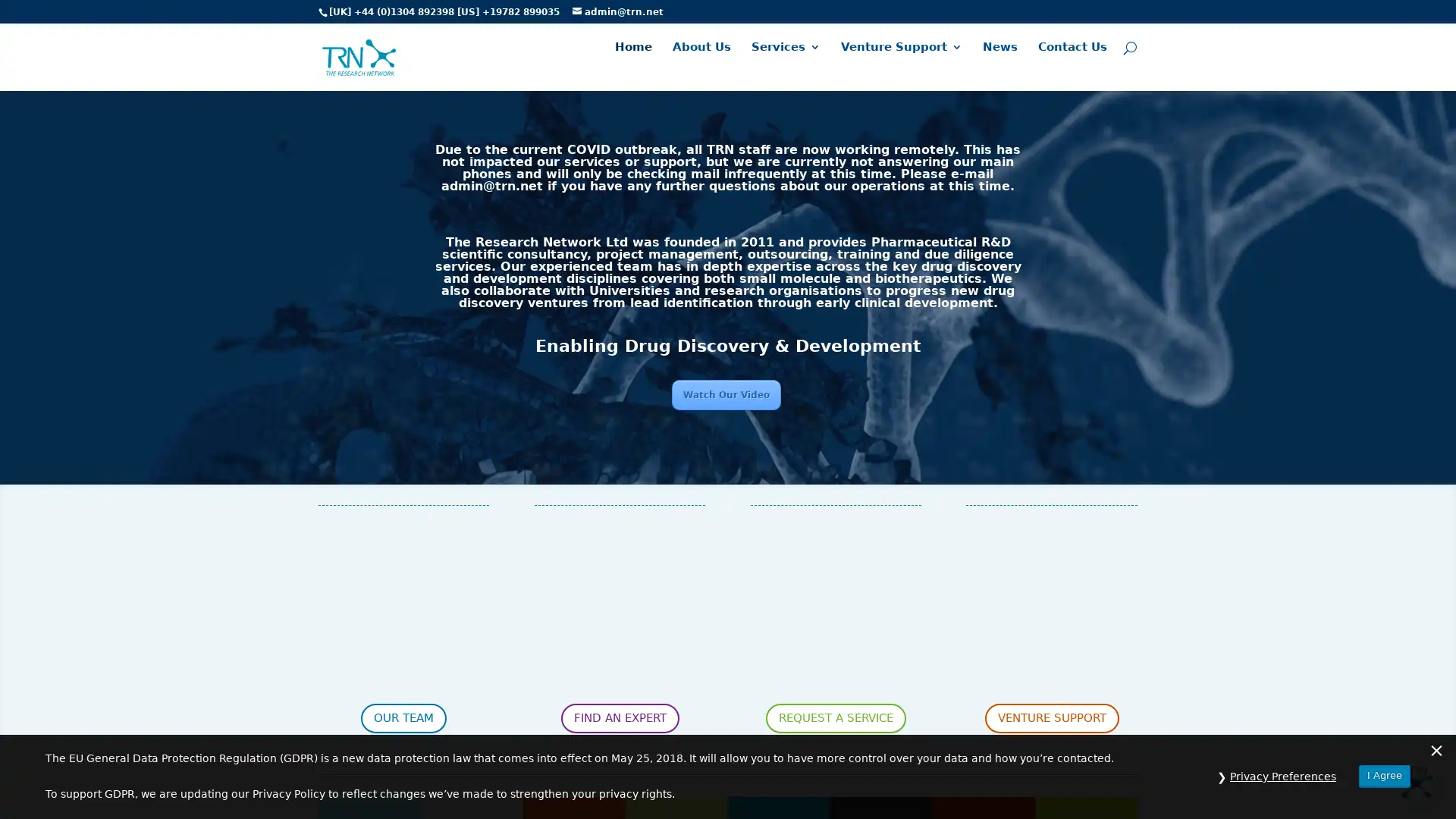 This screenshot has width=1456, height=819. I want to click on I Agree, so click(1384, 775).